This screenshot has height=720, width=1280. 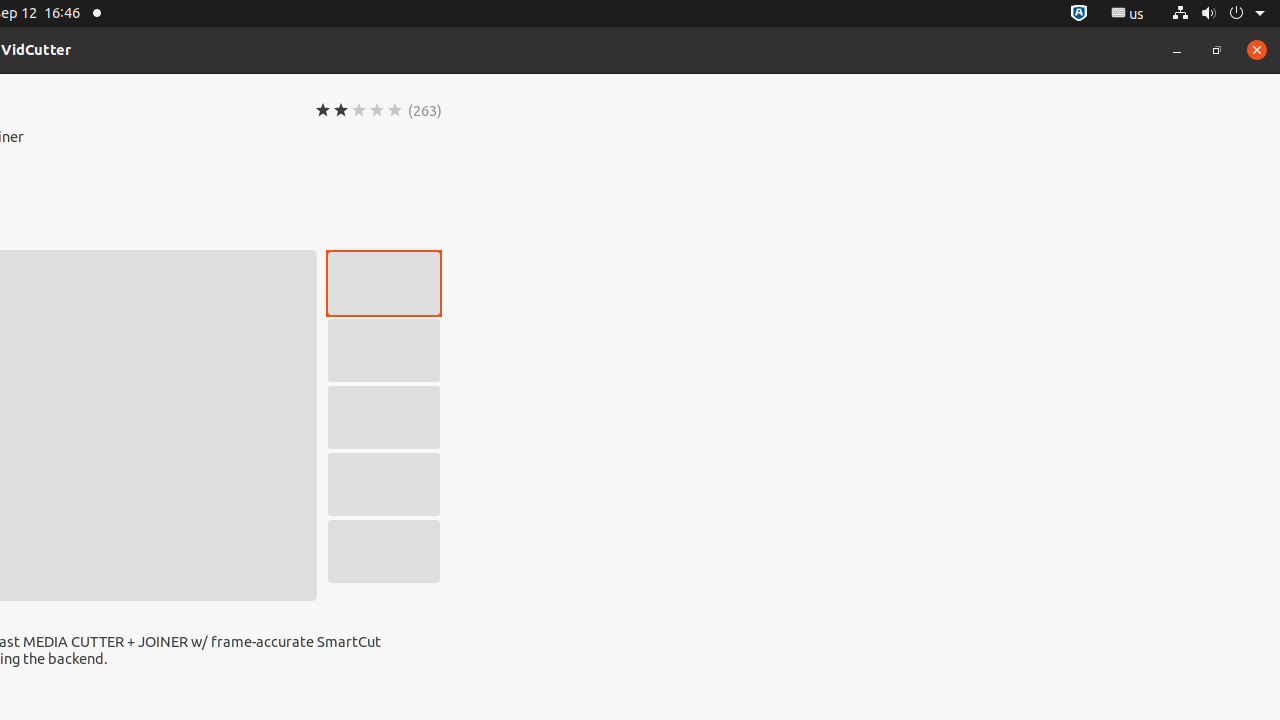 I want to click on 'Minimize', so click(x=1176, y=48).